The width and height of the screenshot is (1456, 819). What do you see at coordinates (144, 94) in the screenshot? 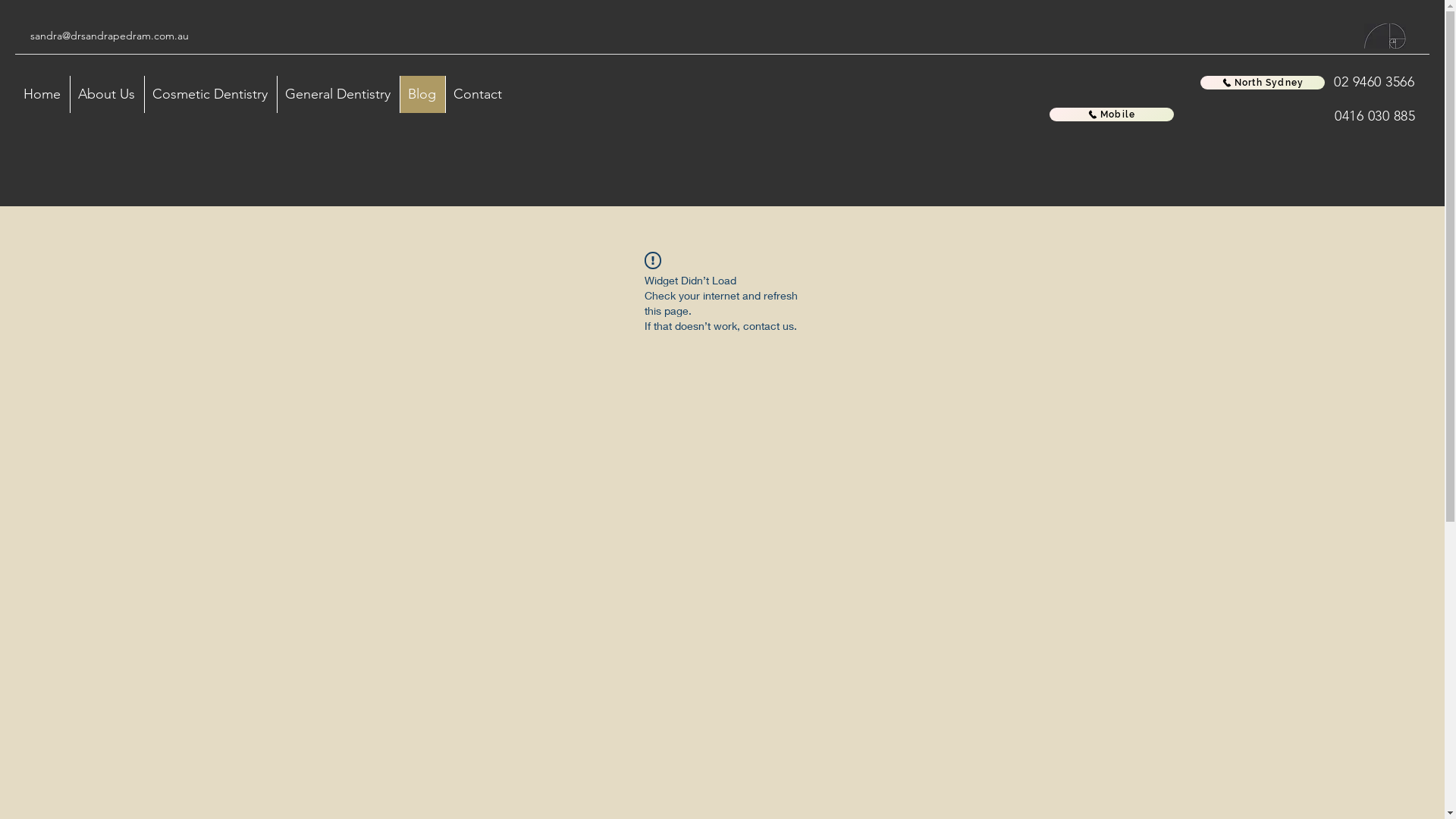
I see `'Cosmetic Dentistry'` at bounding box center [144, 94].